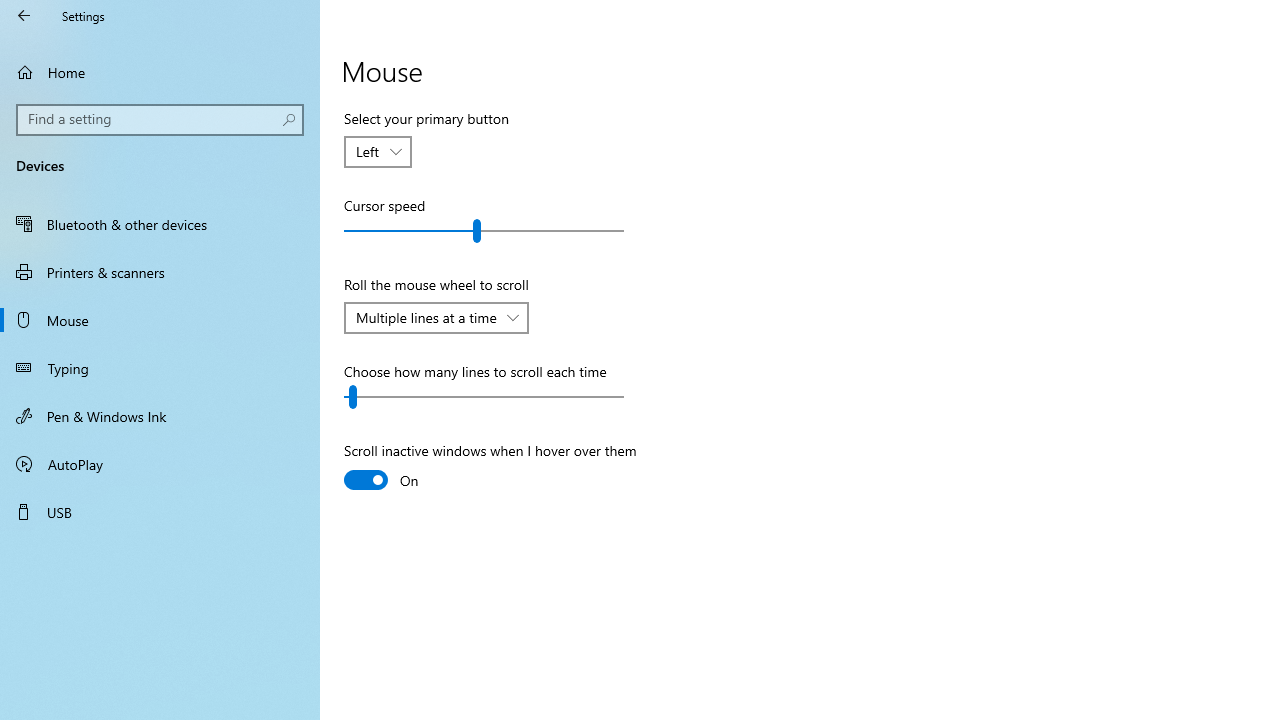 Image resolution: width=1280 pixels, height=720 pixels. What do you see at coordinates (160, 319) in the screenshot?
I see `'Mouse'` at bounding box center [160, 319].